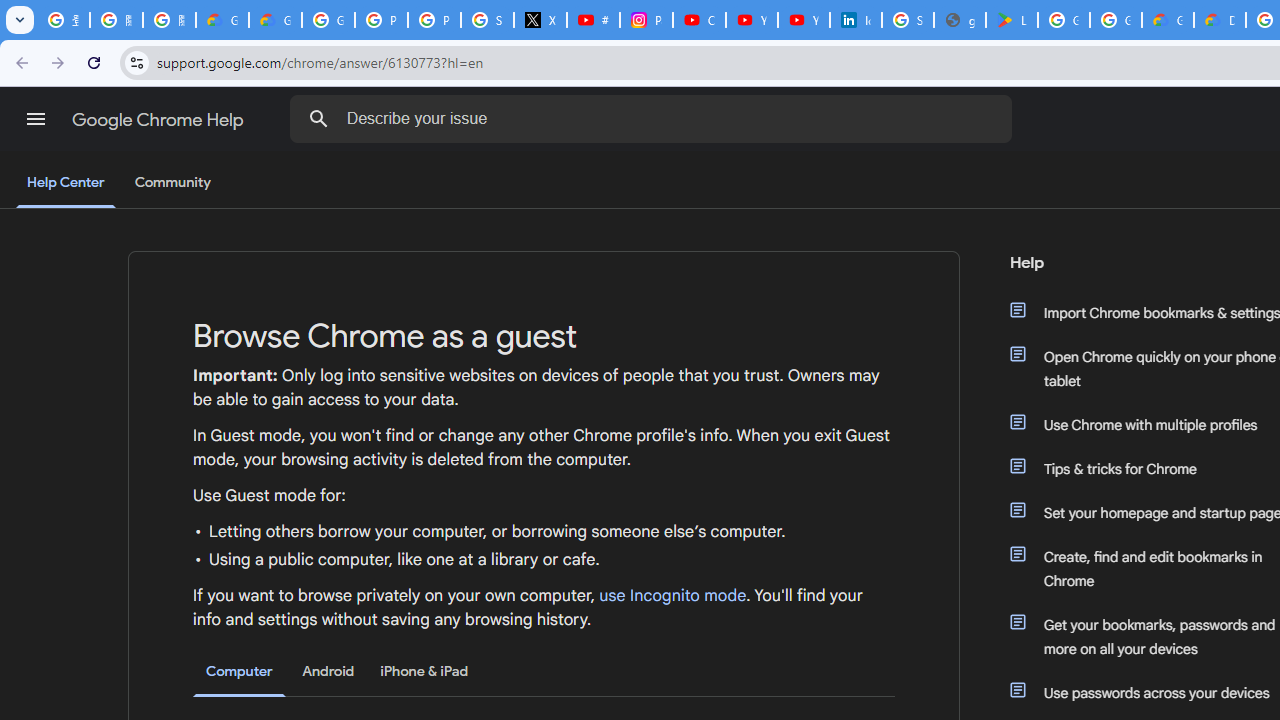 This screenshot has width=1280, height=720. Describe the element at coordinates (654, 118) in the screenshot. I see `'Describe your issue'` at that location.